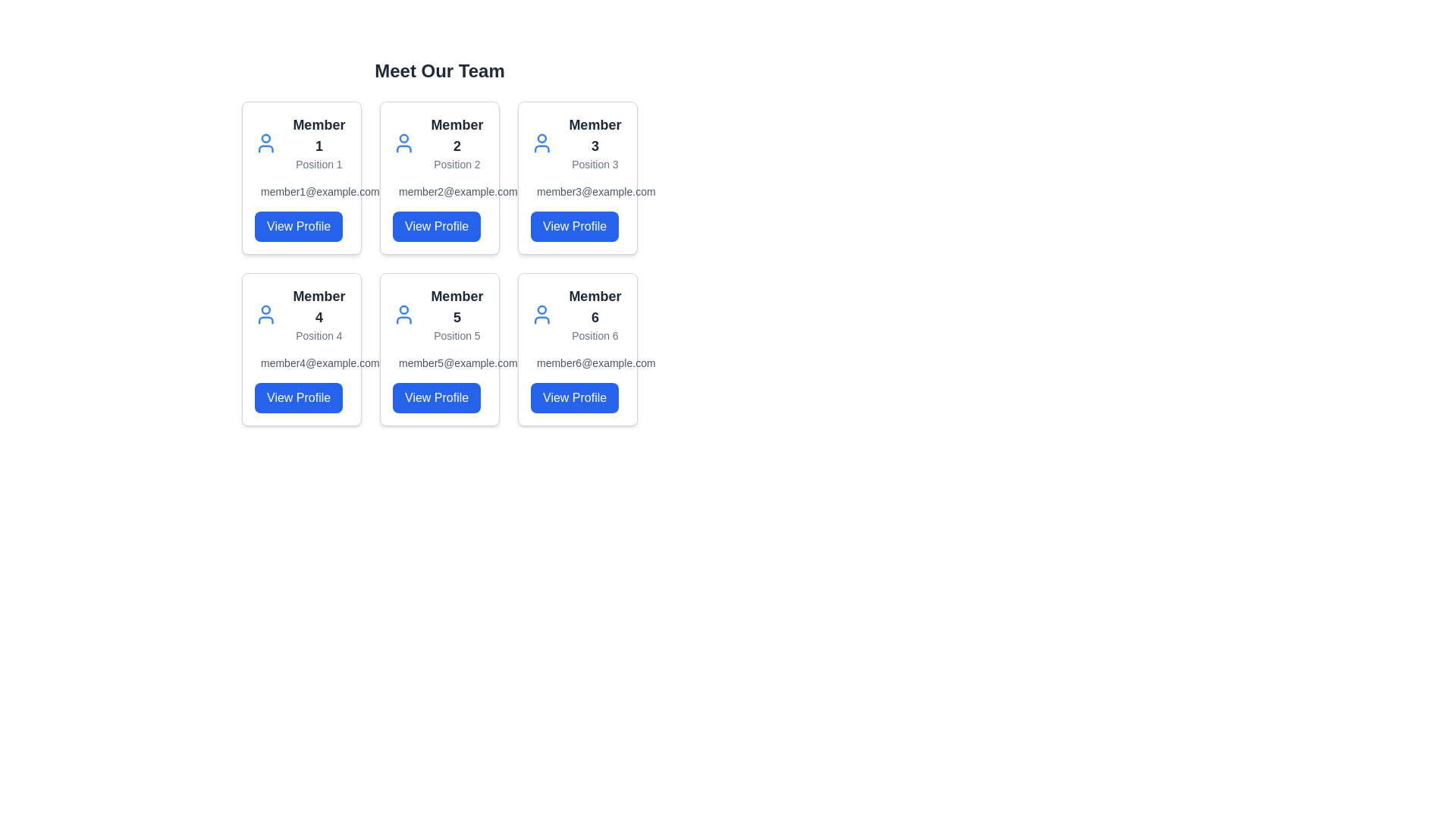 This screenshot has height=819, width=1456. Describe the element at coordinates (318, 314) in the screenshot. I see `the 'Member 4' text element, which is in the second row, first column of a member grid under the 'Meet Our Team' title` at that location.